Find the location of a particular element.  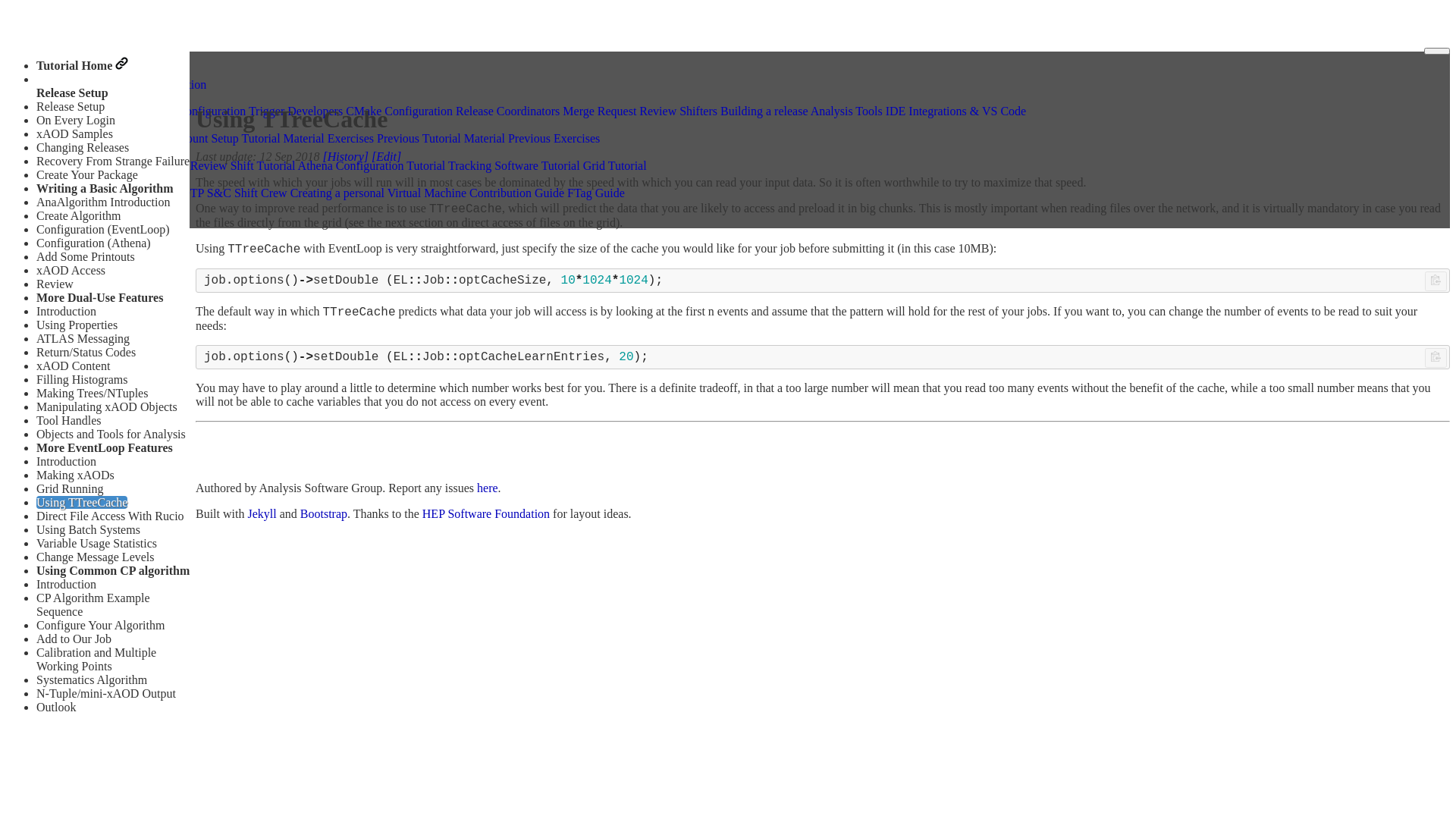

'Contribution Guide' is located at coordinates (516, 192).